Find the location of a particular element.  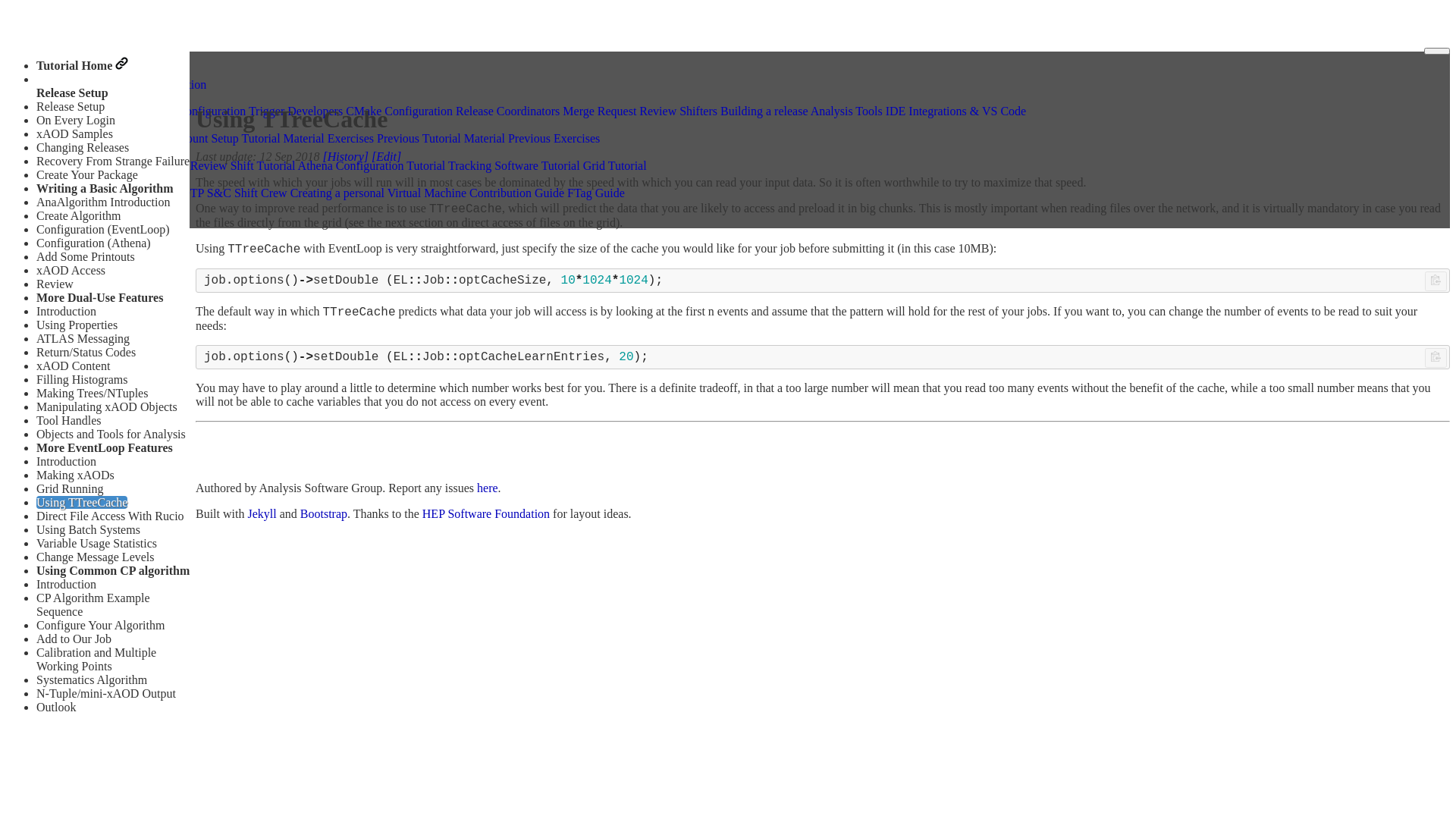

'Contribution Guide' is located at coordinates (516, 192).